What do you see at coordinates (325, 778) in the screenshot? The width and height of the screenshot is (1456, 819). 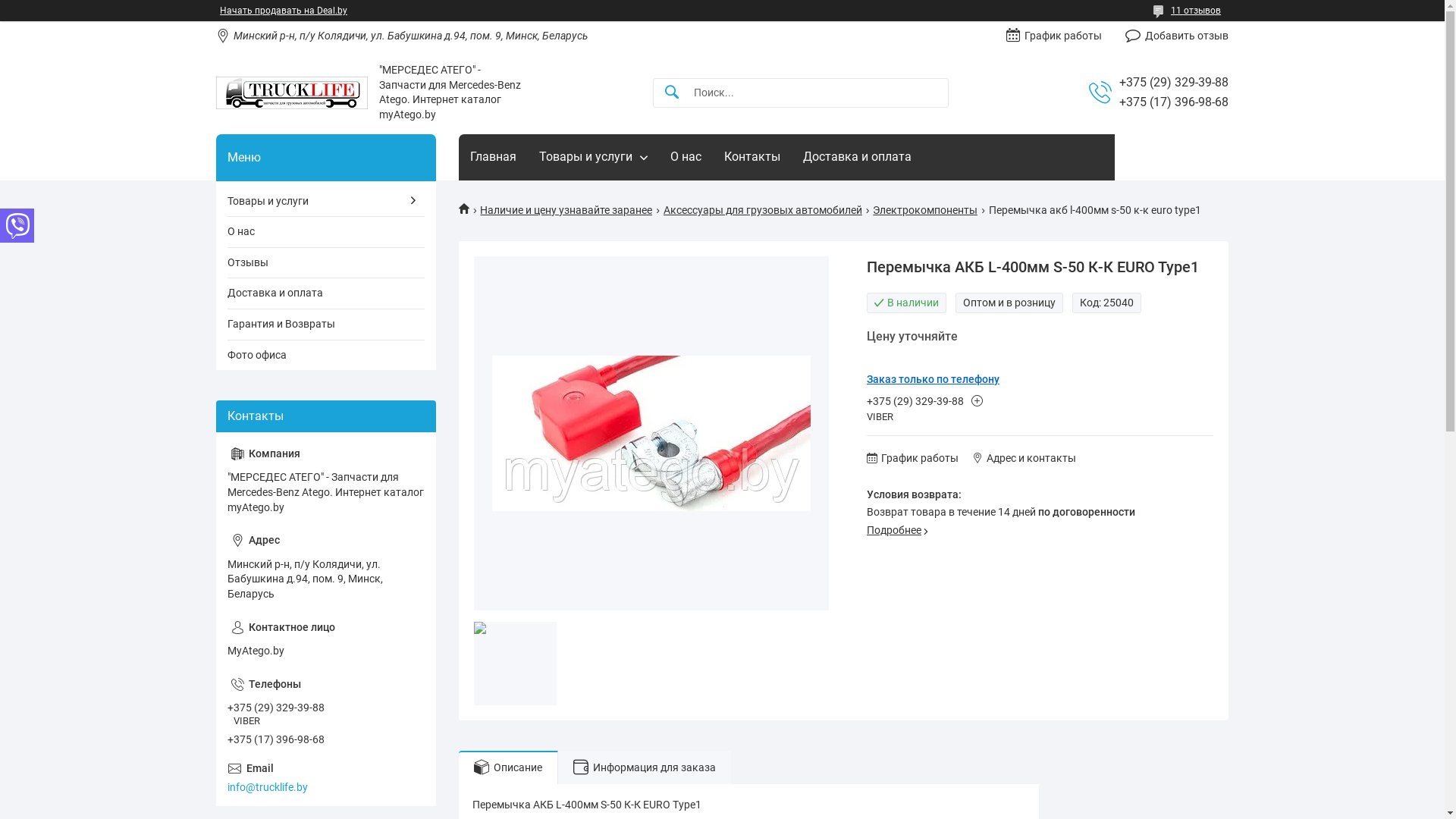 I see `'info@trucklife.by'` at bounding box center [325, 778].